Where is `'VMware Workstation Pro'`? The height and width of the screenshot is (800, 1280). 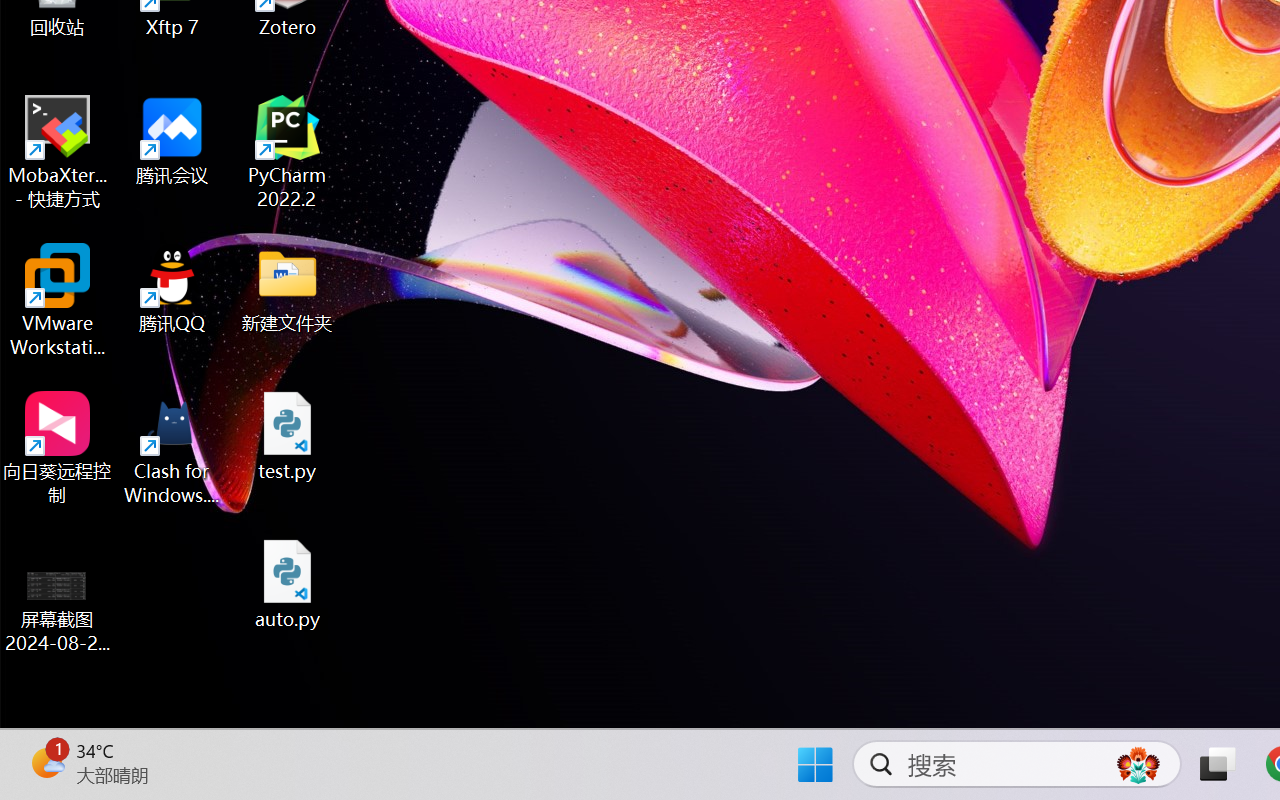 'VMware Workstation Pro' is located at coordinates (57, 300).